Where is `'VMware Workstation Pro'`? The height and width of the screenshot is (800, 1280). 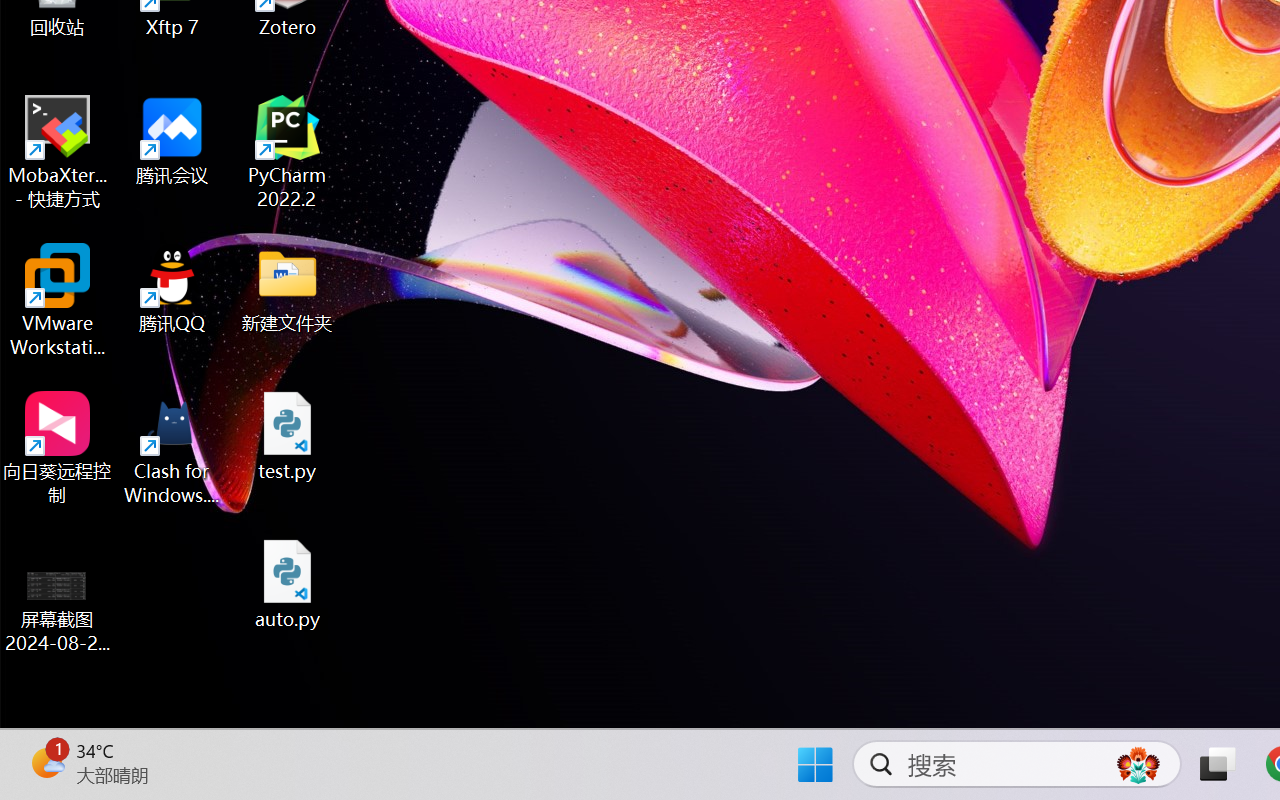 'VMware Workstation Pro' is located at coordinates (57, 300).